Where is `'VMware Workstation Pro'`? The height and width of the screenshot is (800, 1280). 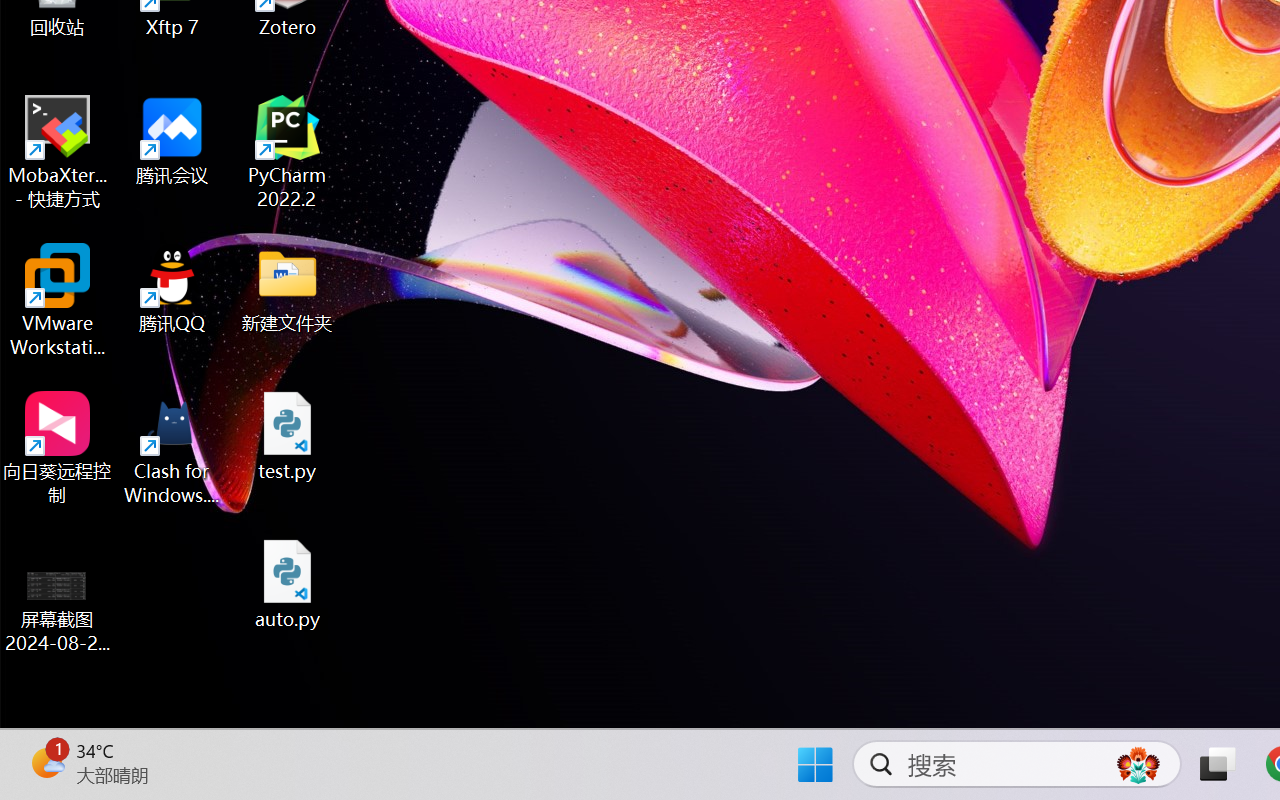 'VMware Workstation Pro' is located at coordinates (57, 300).